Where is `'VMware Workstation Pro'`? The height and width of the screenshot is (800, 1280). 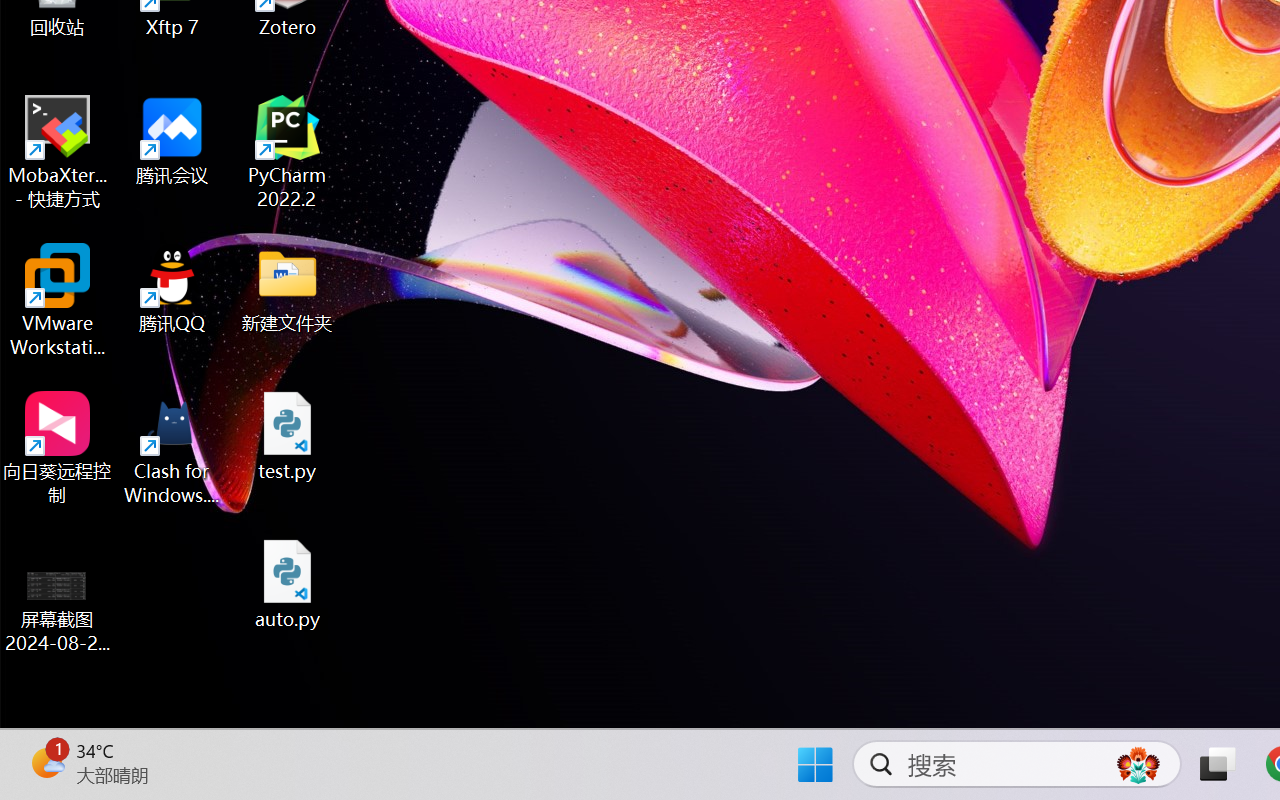 'VMware Workstation Pro' is located at coordinates (57, 300).